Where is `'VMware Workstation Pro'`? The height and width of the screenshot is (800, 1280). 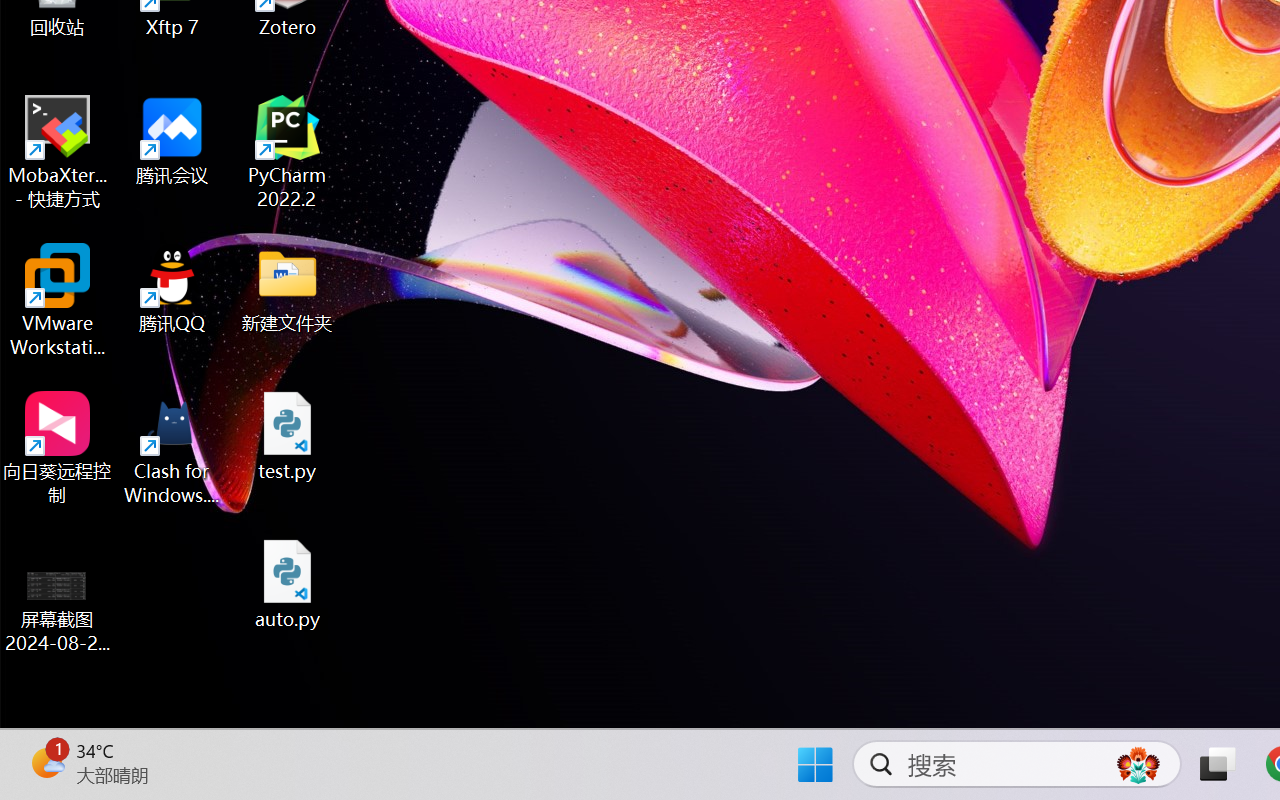 'VMware Workstation Pro' is located at coordinates (57, 300).